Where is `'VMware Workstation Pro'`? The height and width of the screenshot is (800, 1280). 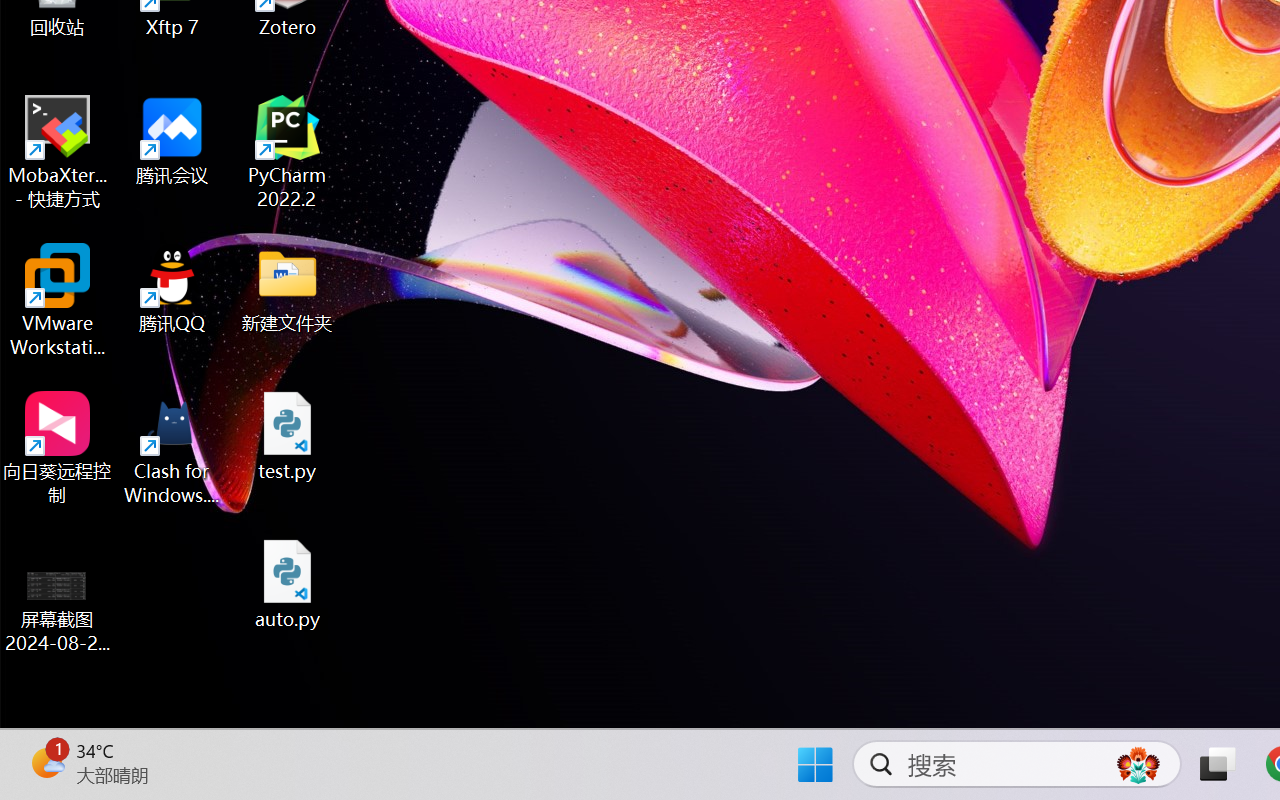 'VMware Workstation Pro' is located at coordinates (57, 300).